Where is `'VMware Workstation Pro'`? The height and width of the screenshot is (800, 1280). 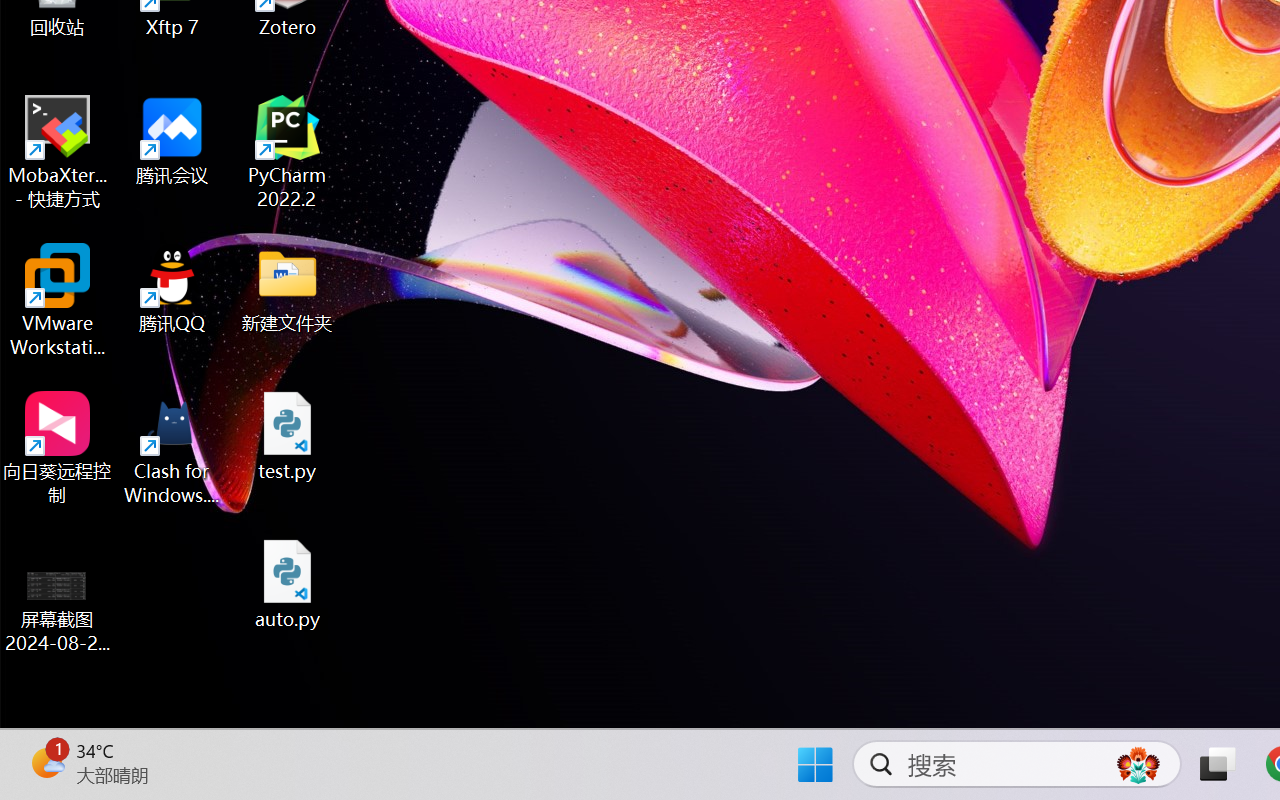 'VMware Workstation Pro' is located at coordinates (57, 300).